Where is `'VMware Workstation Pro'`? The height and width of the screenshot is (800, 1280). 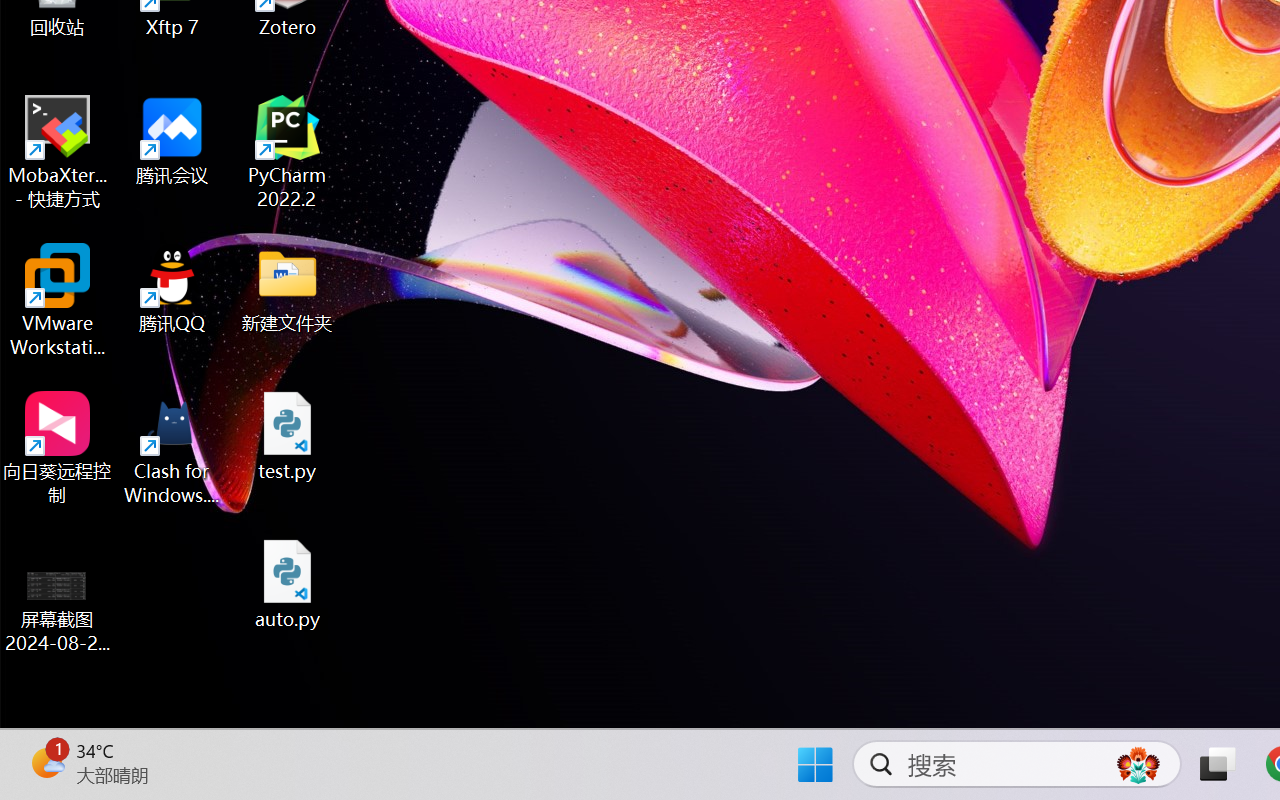 'VMware Workstation Pro' is located at coordinates (57, 300).